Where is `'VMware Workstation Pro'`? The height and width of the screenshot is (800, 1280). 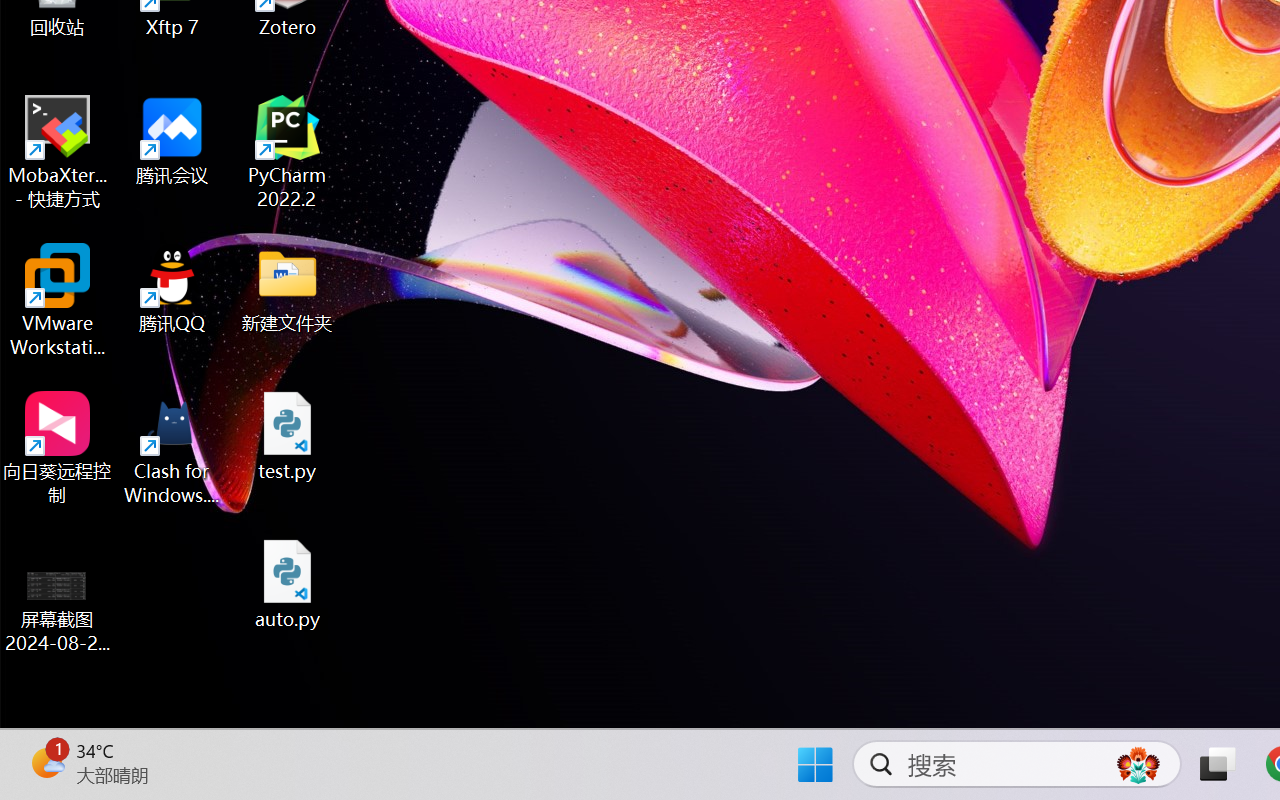 'VMware Workstation Pro' is located at coordinates (57, 300).